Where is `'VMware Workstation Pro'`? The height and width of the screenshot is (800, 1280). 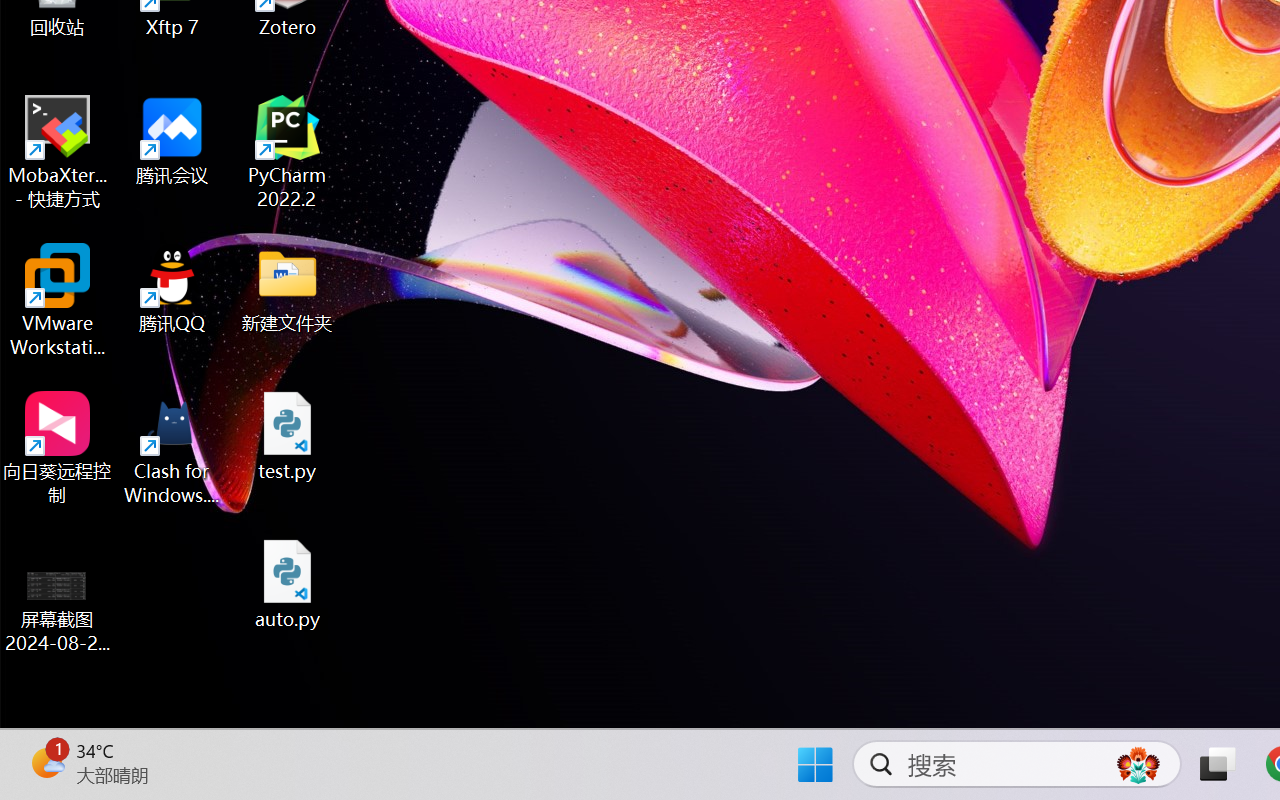 'VMware Workstation Pro' is located at coordinates (57, 300).